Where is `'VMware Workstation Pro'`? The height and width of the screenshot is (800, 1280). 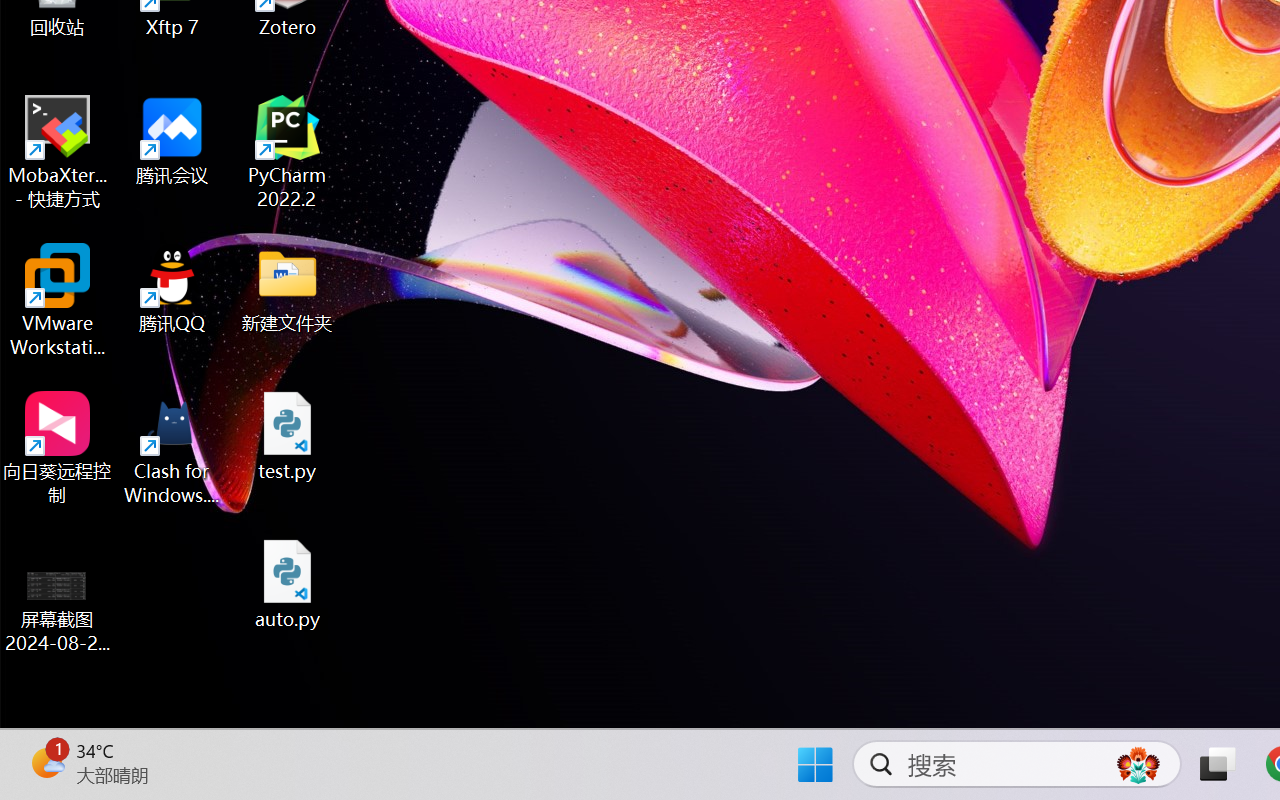 'VMware Workstation Pro' is located at coordinates (57, 300).